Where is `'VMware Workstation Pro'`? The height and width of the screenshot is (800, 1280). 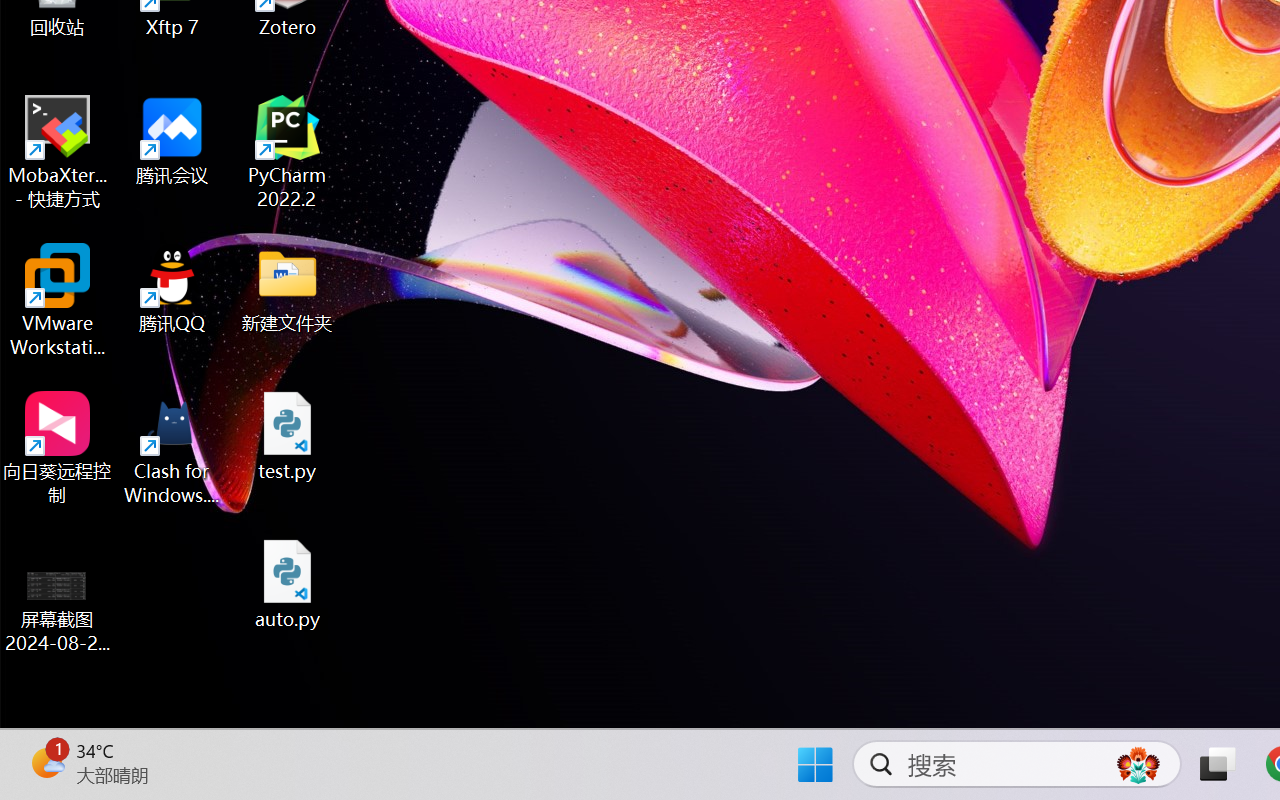 'VMware Workstation Pro' is located at coordinates (57, 300).